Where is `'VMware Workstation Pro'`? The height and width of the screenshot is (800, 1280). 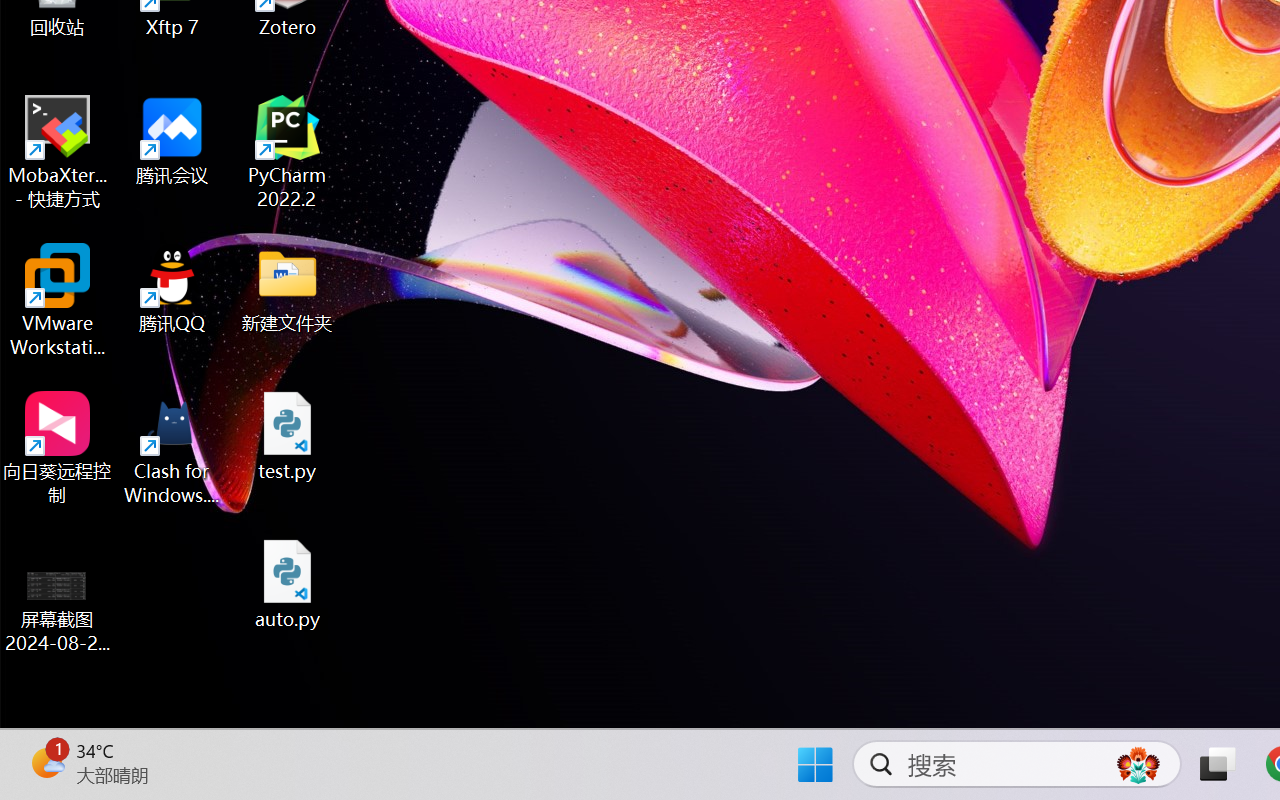 'VMware Workstation Pro' is located at coordinates (57, 300).